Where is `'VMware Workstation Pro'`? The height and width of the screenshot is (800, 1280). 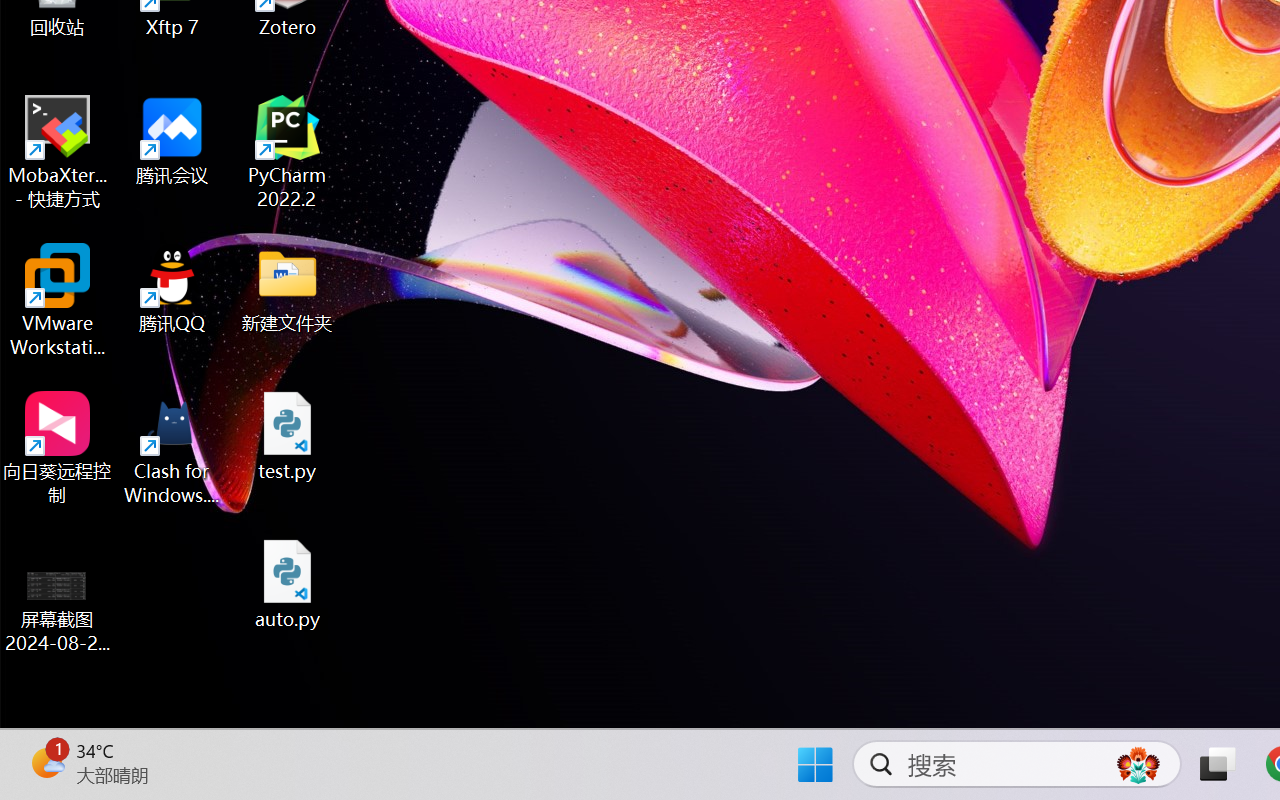 'VMware Workstation Pro' is located at coordinates (57, 300).